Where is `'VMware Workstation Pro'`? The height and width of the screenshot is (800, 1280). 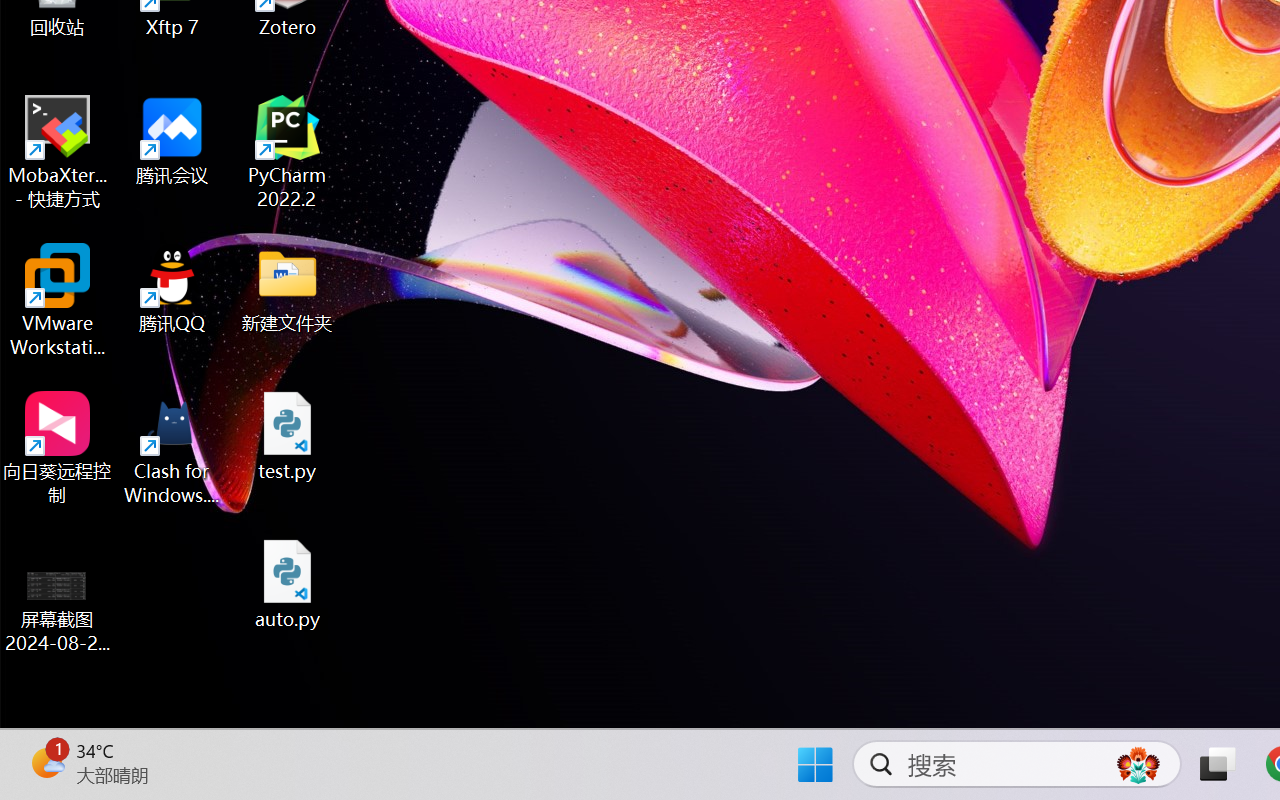 'VMware Workstation Pro' is located at coordinates (57, 300).